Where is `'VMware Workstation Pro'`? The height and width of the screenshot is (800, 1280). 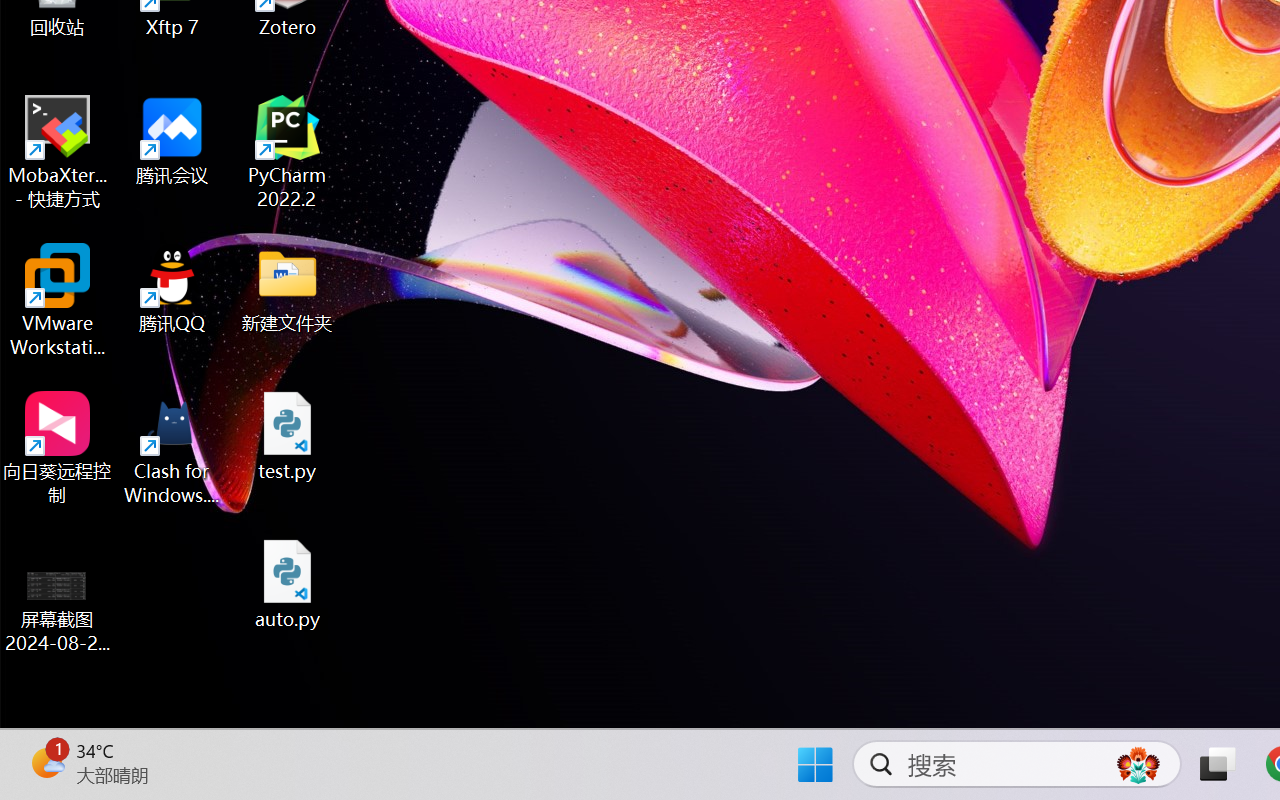 'VMware Workstation Pro' is located at coordinates (57, 300).